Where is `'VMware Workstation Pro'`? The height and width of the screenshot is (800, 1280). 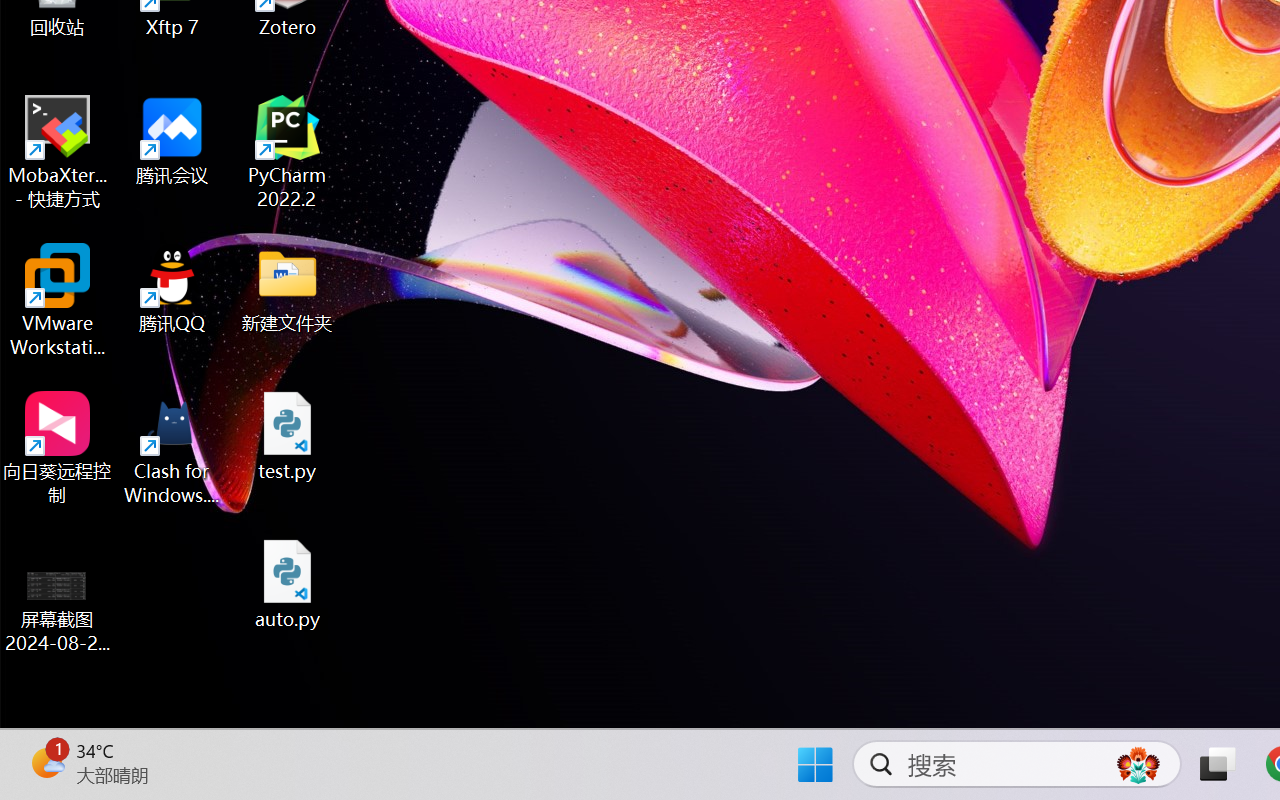 'VMware Workstation Pro' is located at coordinates (57, 300).